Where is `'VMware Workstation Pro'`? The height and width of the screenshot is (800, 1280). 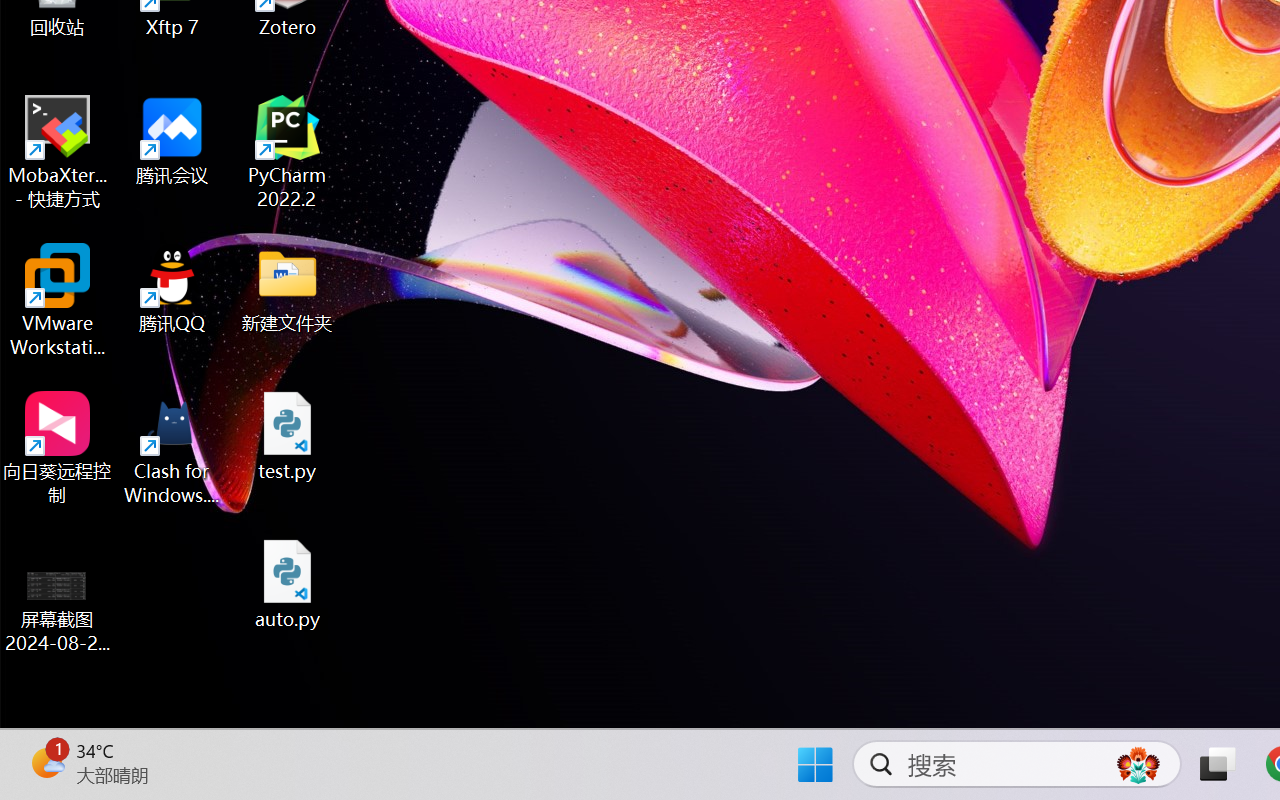 'VMware Workstation Pro' is located at coordinates (57, 300).